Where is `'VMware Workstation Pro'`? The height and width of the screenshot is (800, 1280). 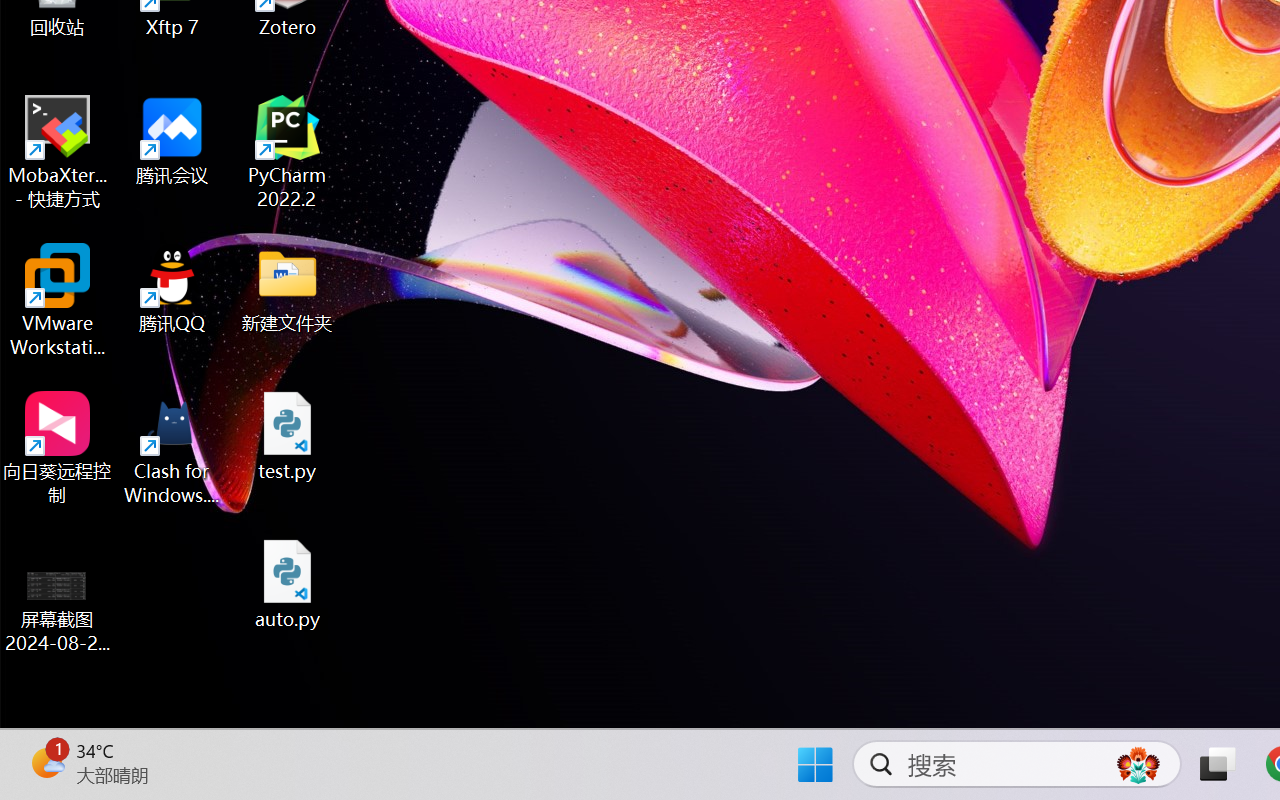 'VMware Workstation Pro' is located at coordinates (57, 300).